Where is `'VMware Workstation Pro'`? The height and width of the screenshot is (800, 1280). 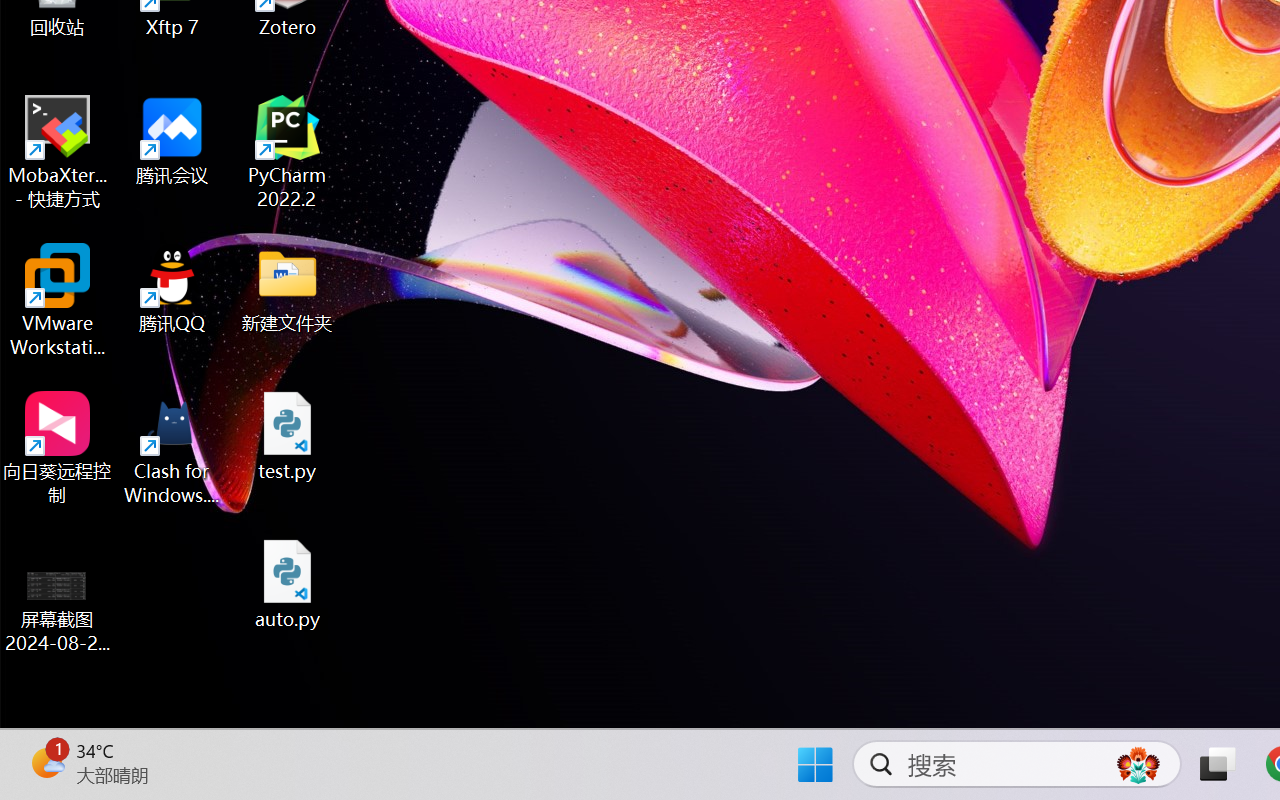 'VMware Workstation Pro' is located at coordinates (57, 300).